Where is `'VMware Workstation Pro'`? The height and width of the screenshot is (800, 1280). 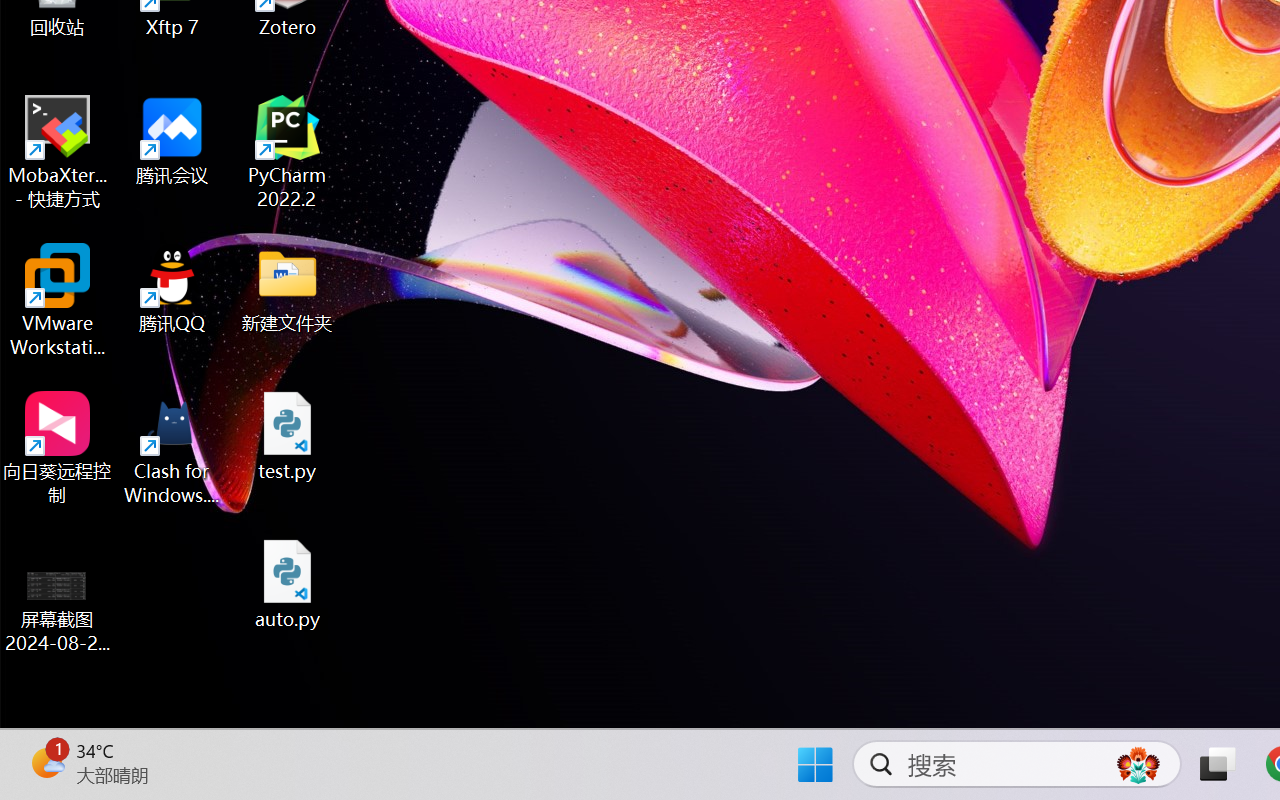 'VMware Workstation Pro' is located at coordinates (57, 300).